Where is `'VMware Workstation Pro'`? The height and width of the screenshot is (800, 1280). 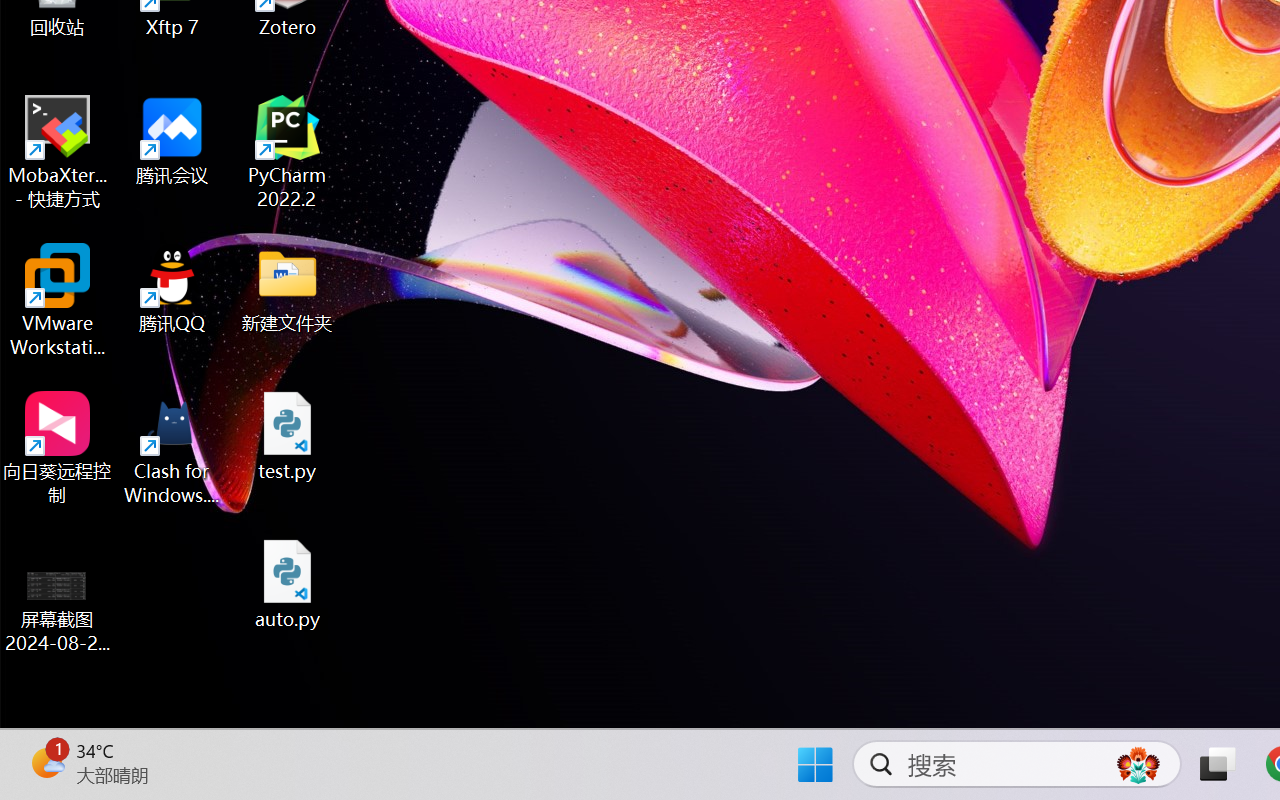 'VMware Workstation Pro' is located at coordinates (57, 300).